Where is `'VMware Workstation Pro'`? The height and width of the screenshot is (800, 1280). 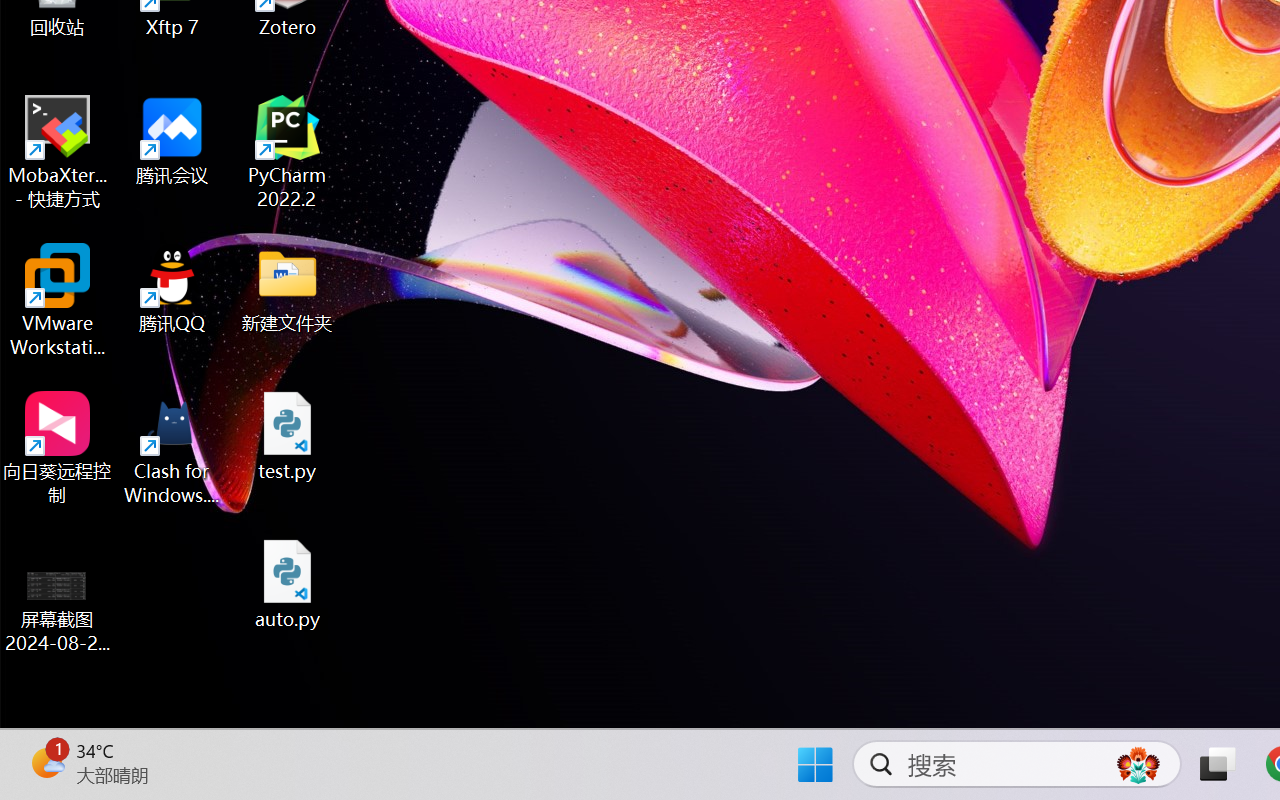 'VMware Workstation Pro' is located at coordinates (57, 300).